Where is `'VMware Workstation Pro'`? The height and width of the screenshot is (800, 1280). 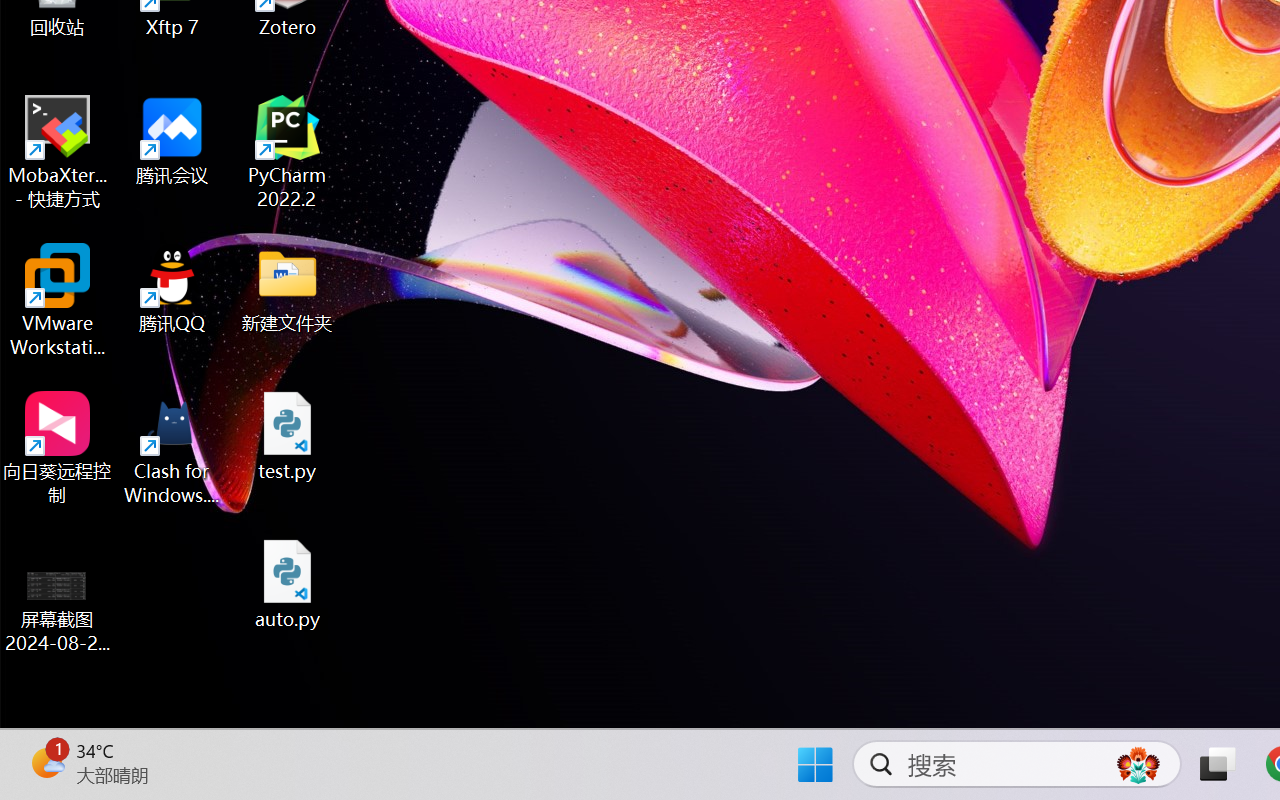 'VMware Workstation Pro' is located at coordinates (57, 300).